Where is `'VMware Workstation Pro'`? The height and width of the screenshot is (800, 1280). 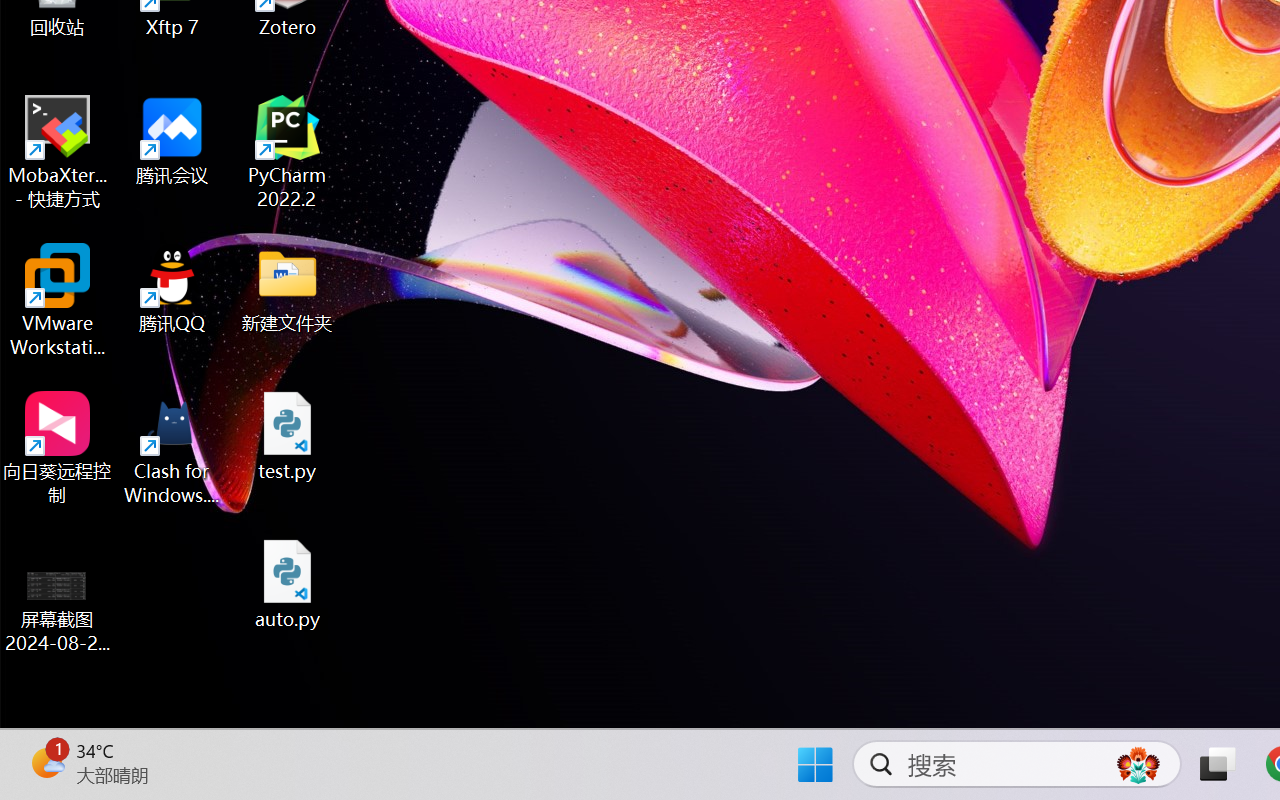 'VMware Workstation Pro' is located at coordinates (57, 300).